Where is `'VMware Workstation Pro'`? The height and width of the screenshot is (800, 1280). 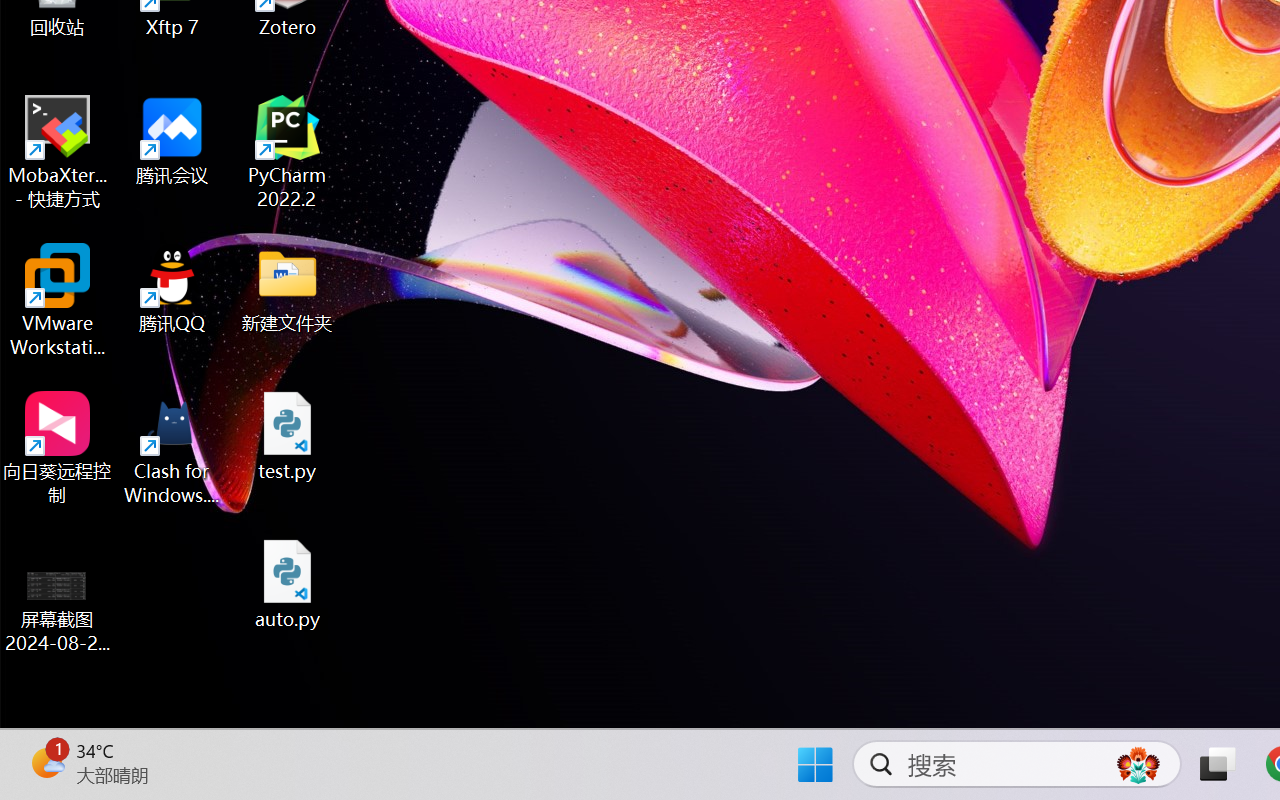 'VMware Workstation Pro' is located at coordinates (57, 300).